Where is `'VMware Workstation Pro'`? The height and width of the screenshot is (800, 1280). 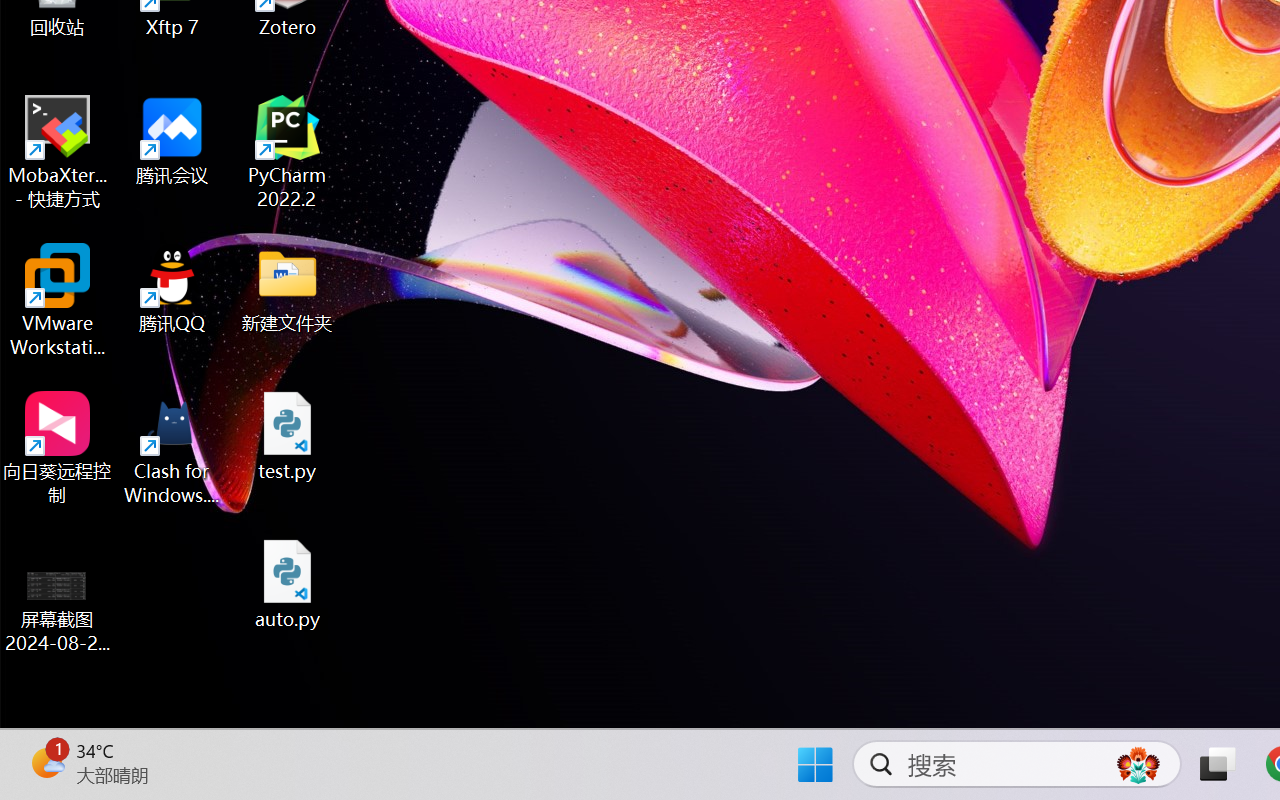 'VMware Workstation Pro' is located at coordinates (57, 300).